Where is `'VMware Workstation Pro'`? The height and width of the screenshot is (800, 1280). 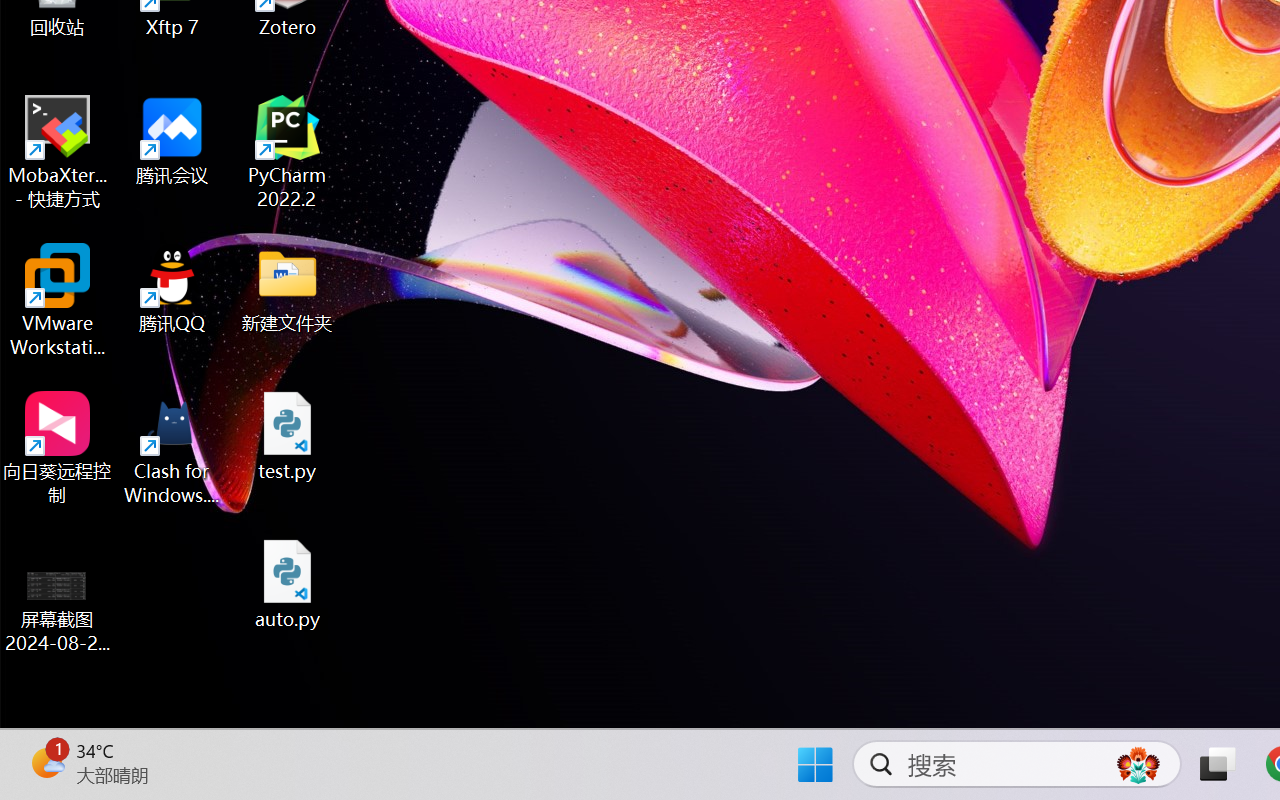 'VMware Workstation Pro' is located at coordinates (57, 300).